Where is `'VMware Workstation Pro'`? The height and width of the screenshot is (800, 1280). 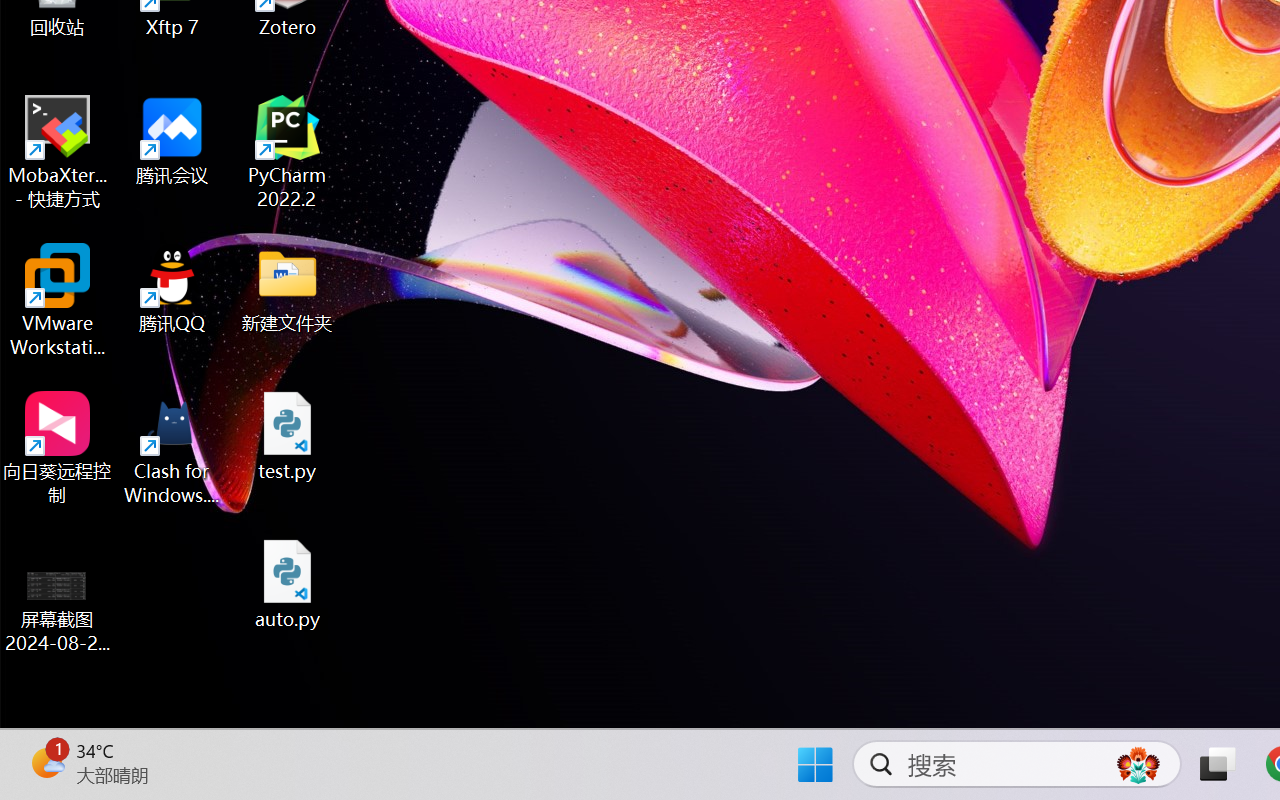 'VMware Workstation Pro' is located at coordinates (57, 300).